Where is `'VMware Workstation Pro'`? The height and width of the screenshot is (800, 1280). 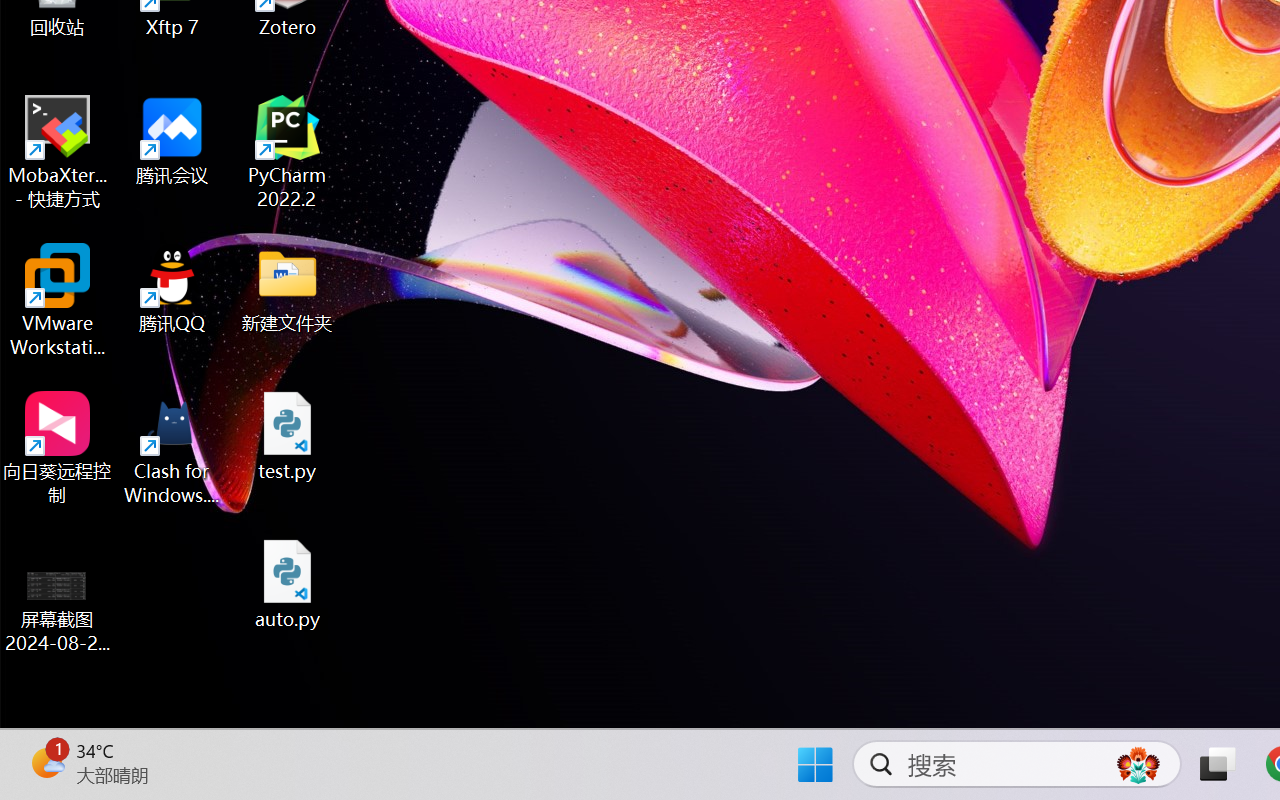 'VMware Workstation Pro' is located at coordinates (57, 300).